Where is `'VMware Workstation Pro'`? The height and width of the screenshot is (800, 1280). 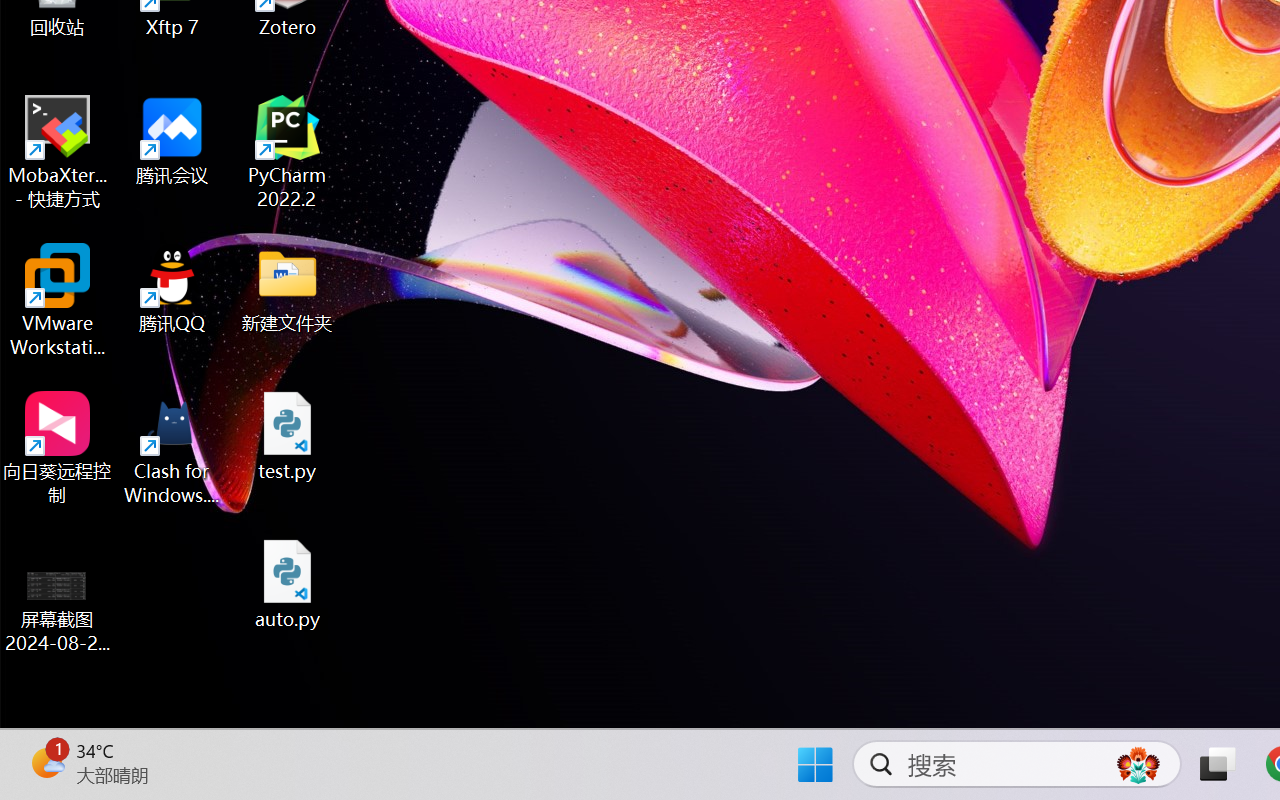 'VMware Workstation Pro' is located at coordinates (57, 300).